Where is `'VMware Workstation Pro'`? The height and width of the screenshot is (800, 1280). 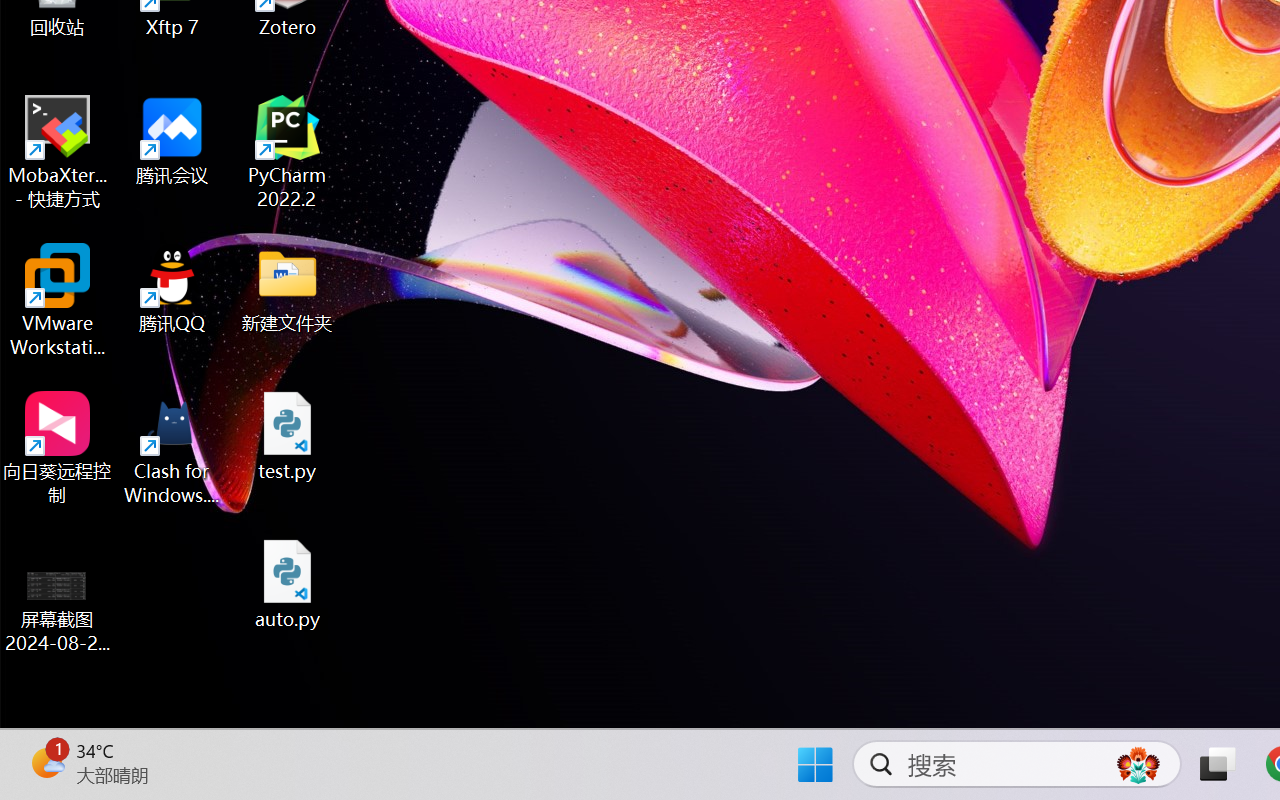 'VMware Workstation Pro' is located at coordinates (57, 300).